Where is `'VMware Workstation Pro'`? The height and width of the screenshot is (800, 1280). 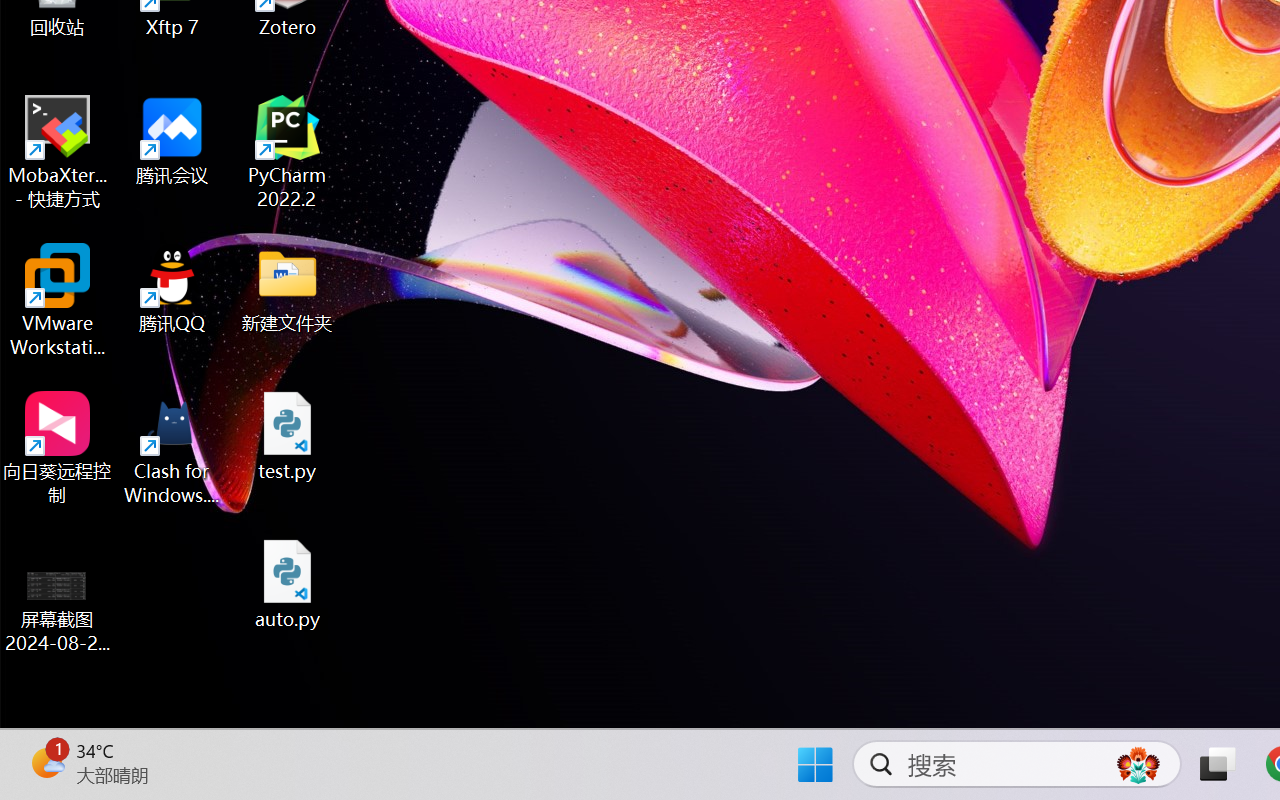 'VMware Workstation Pro' is located at coordinates (57, 300).